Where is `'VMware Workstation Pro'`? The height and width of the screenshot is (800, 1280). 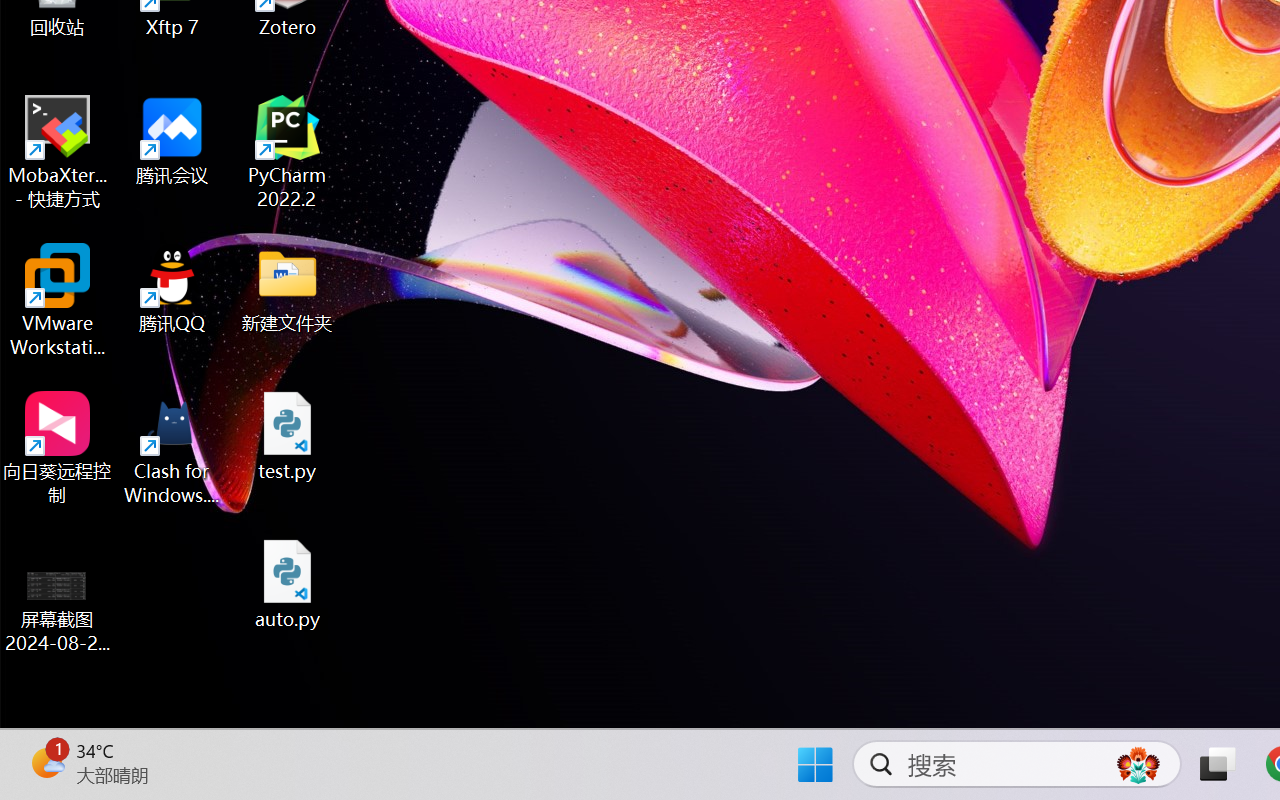 'VMware Workstation Pro' is located at coordinates (57, 300).